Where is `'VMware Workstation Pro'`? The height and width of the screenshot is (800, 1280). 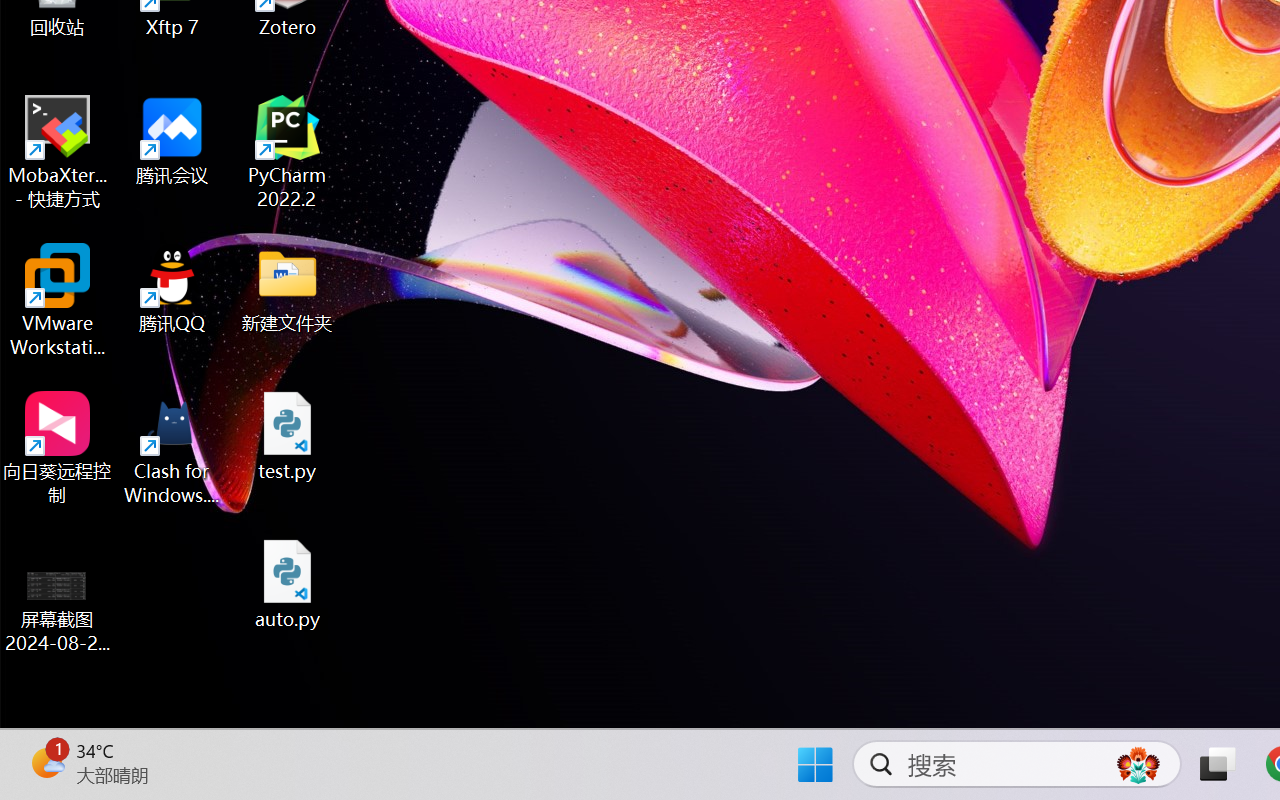 'VMware Workstation Pro' is located at coordinates (57, 300).